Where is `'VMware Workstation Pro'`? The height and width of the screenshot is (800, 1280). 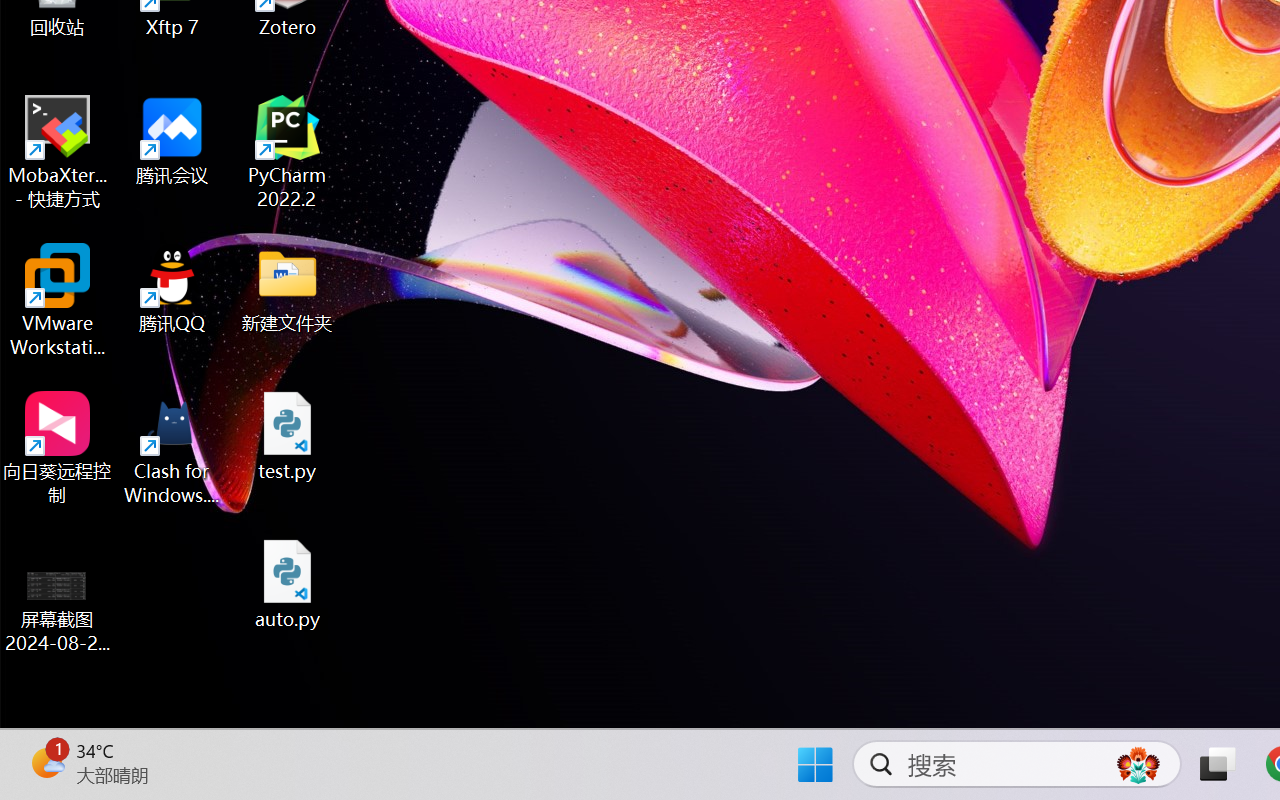 'VMware Workstation Pro' is located at coordinates (57, 300).